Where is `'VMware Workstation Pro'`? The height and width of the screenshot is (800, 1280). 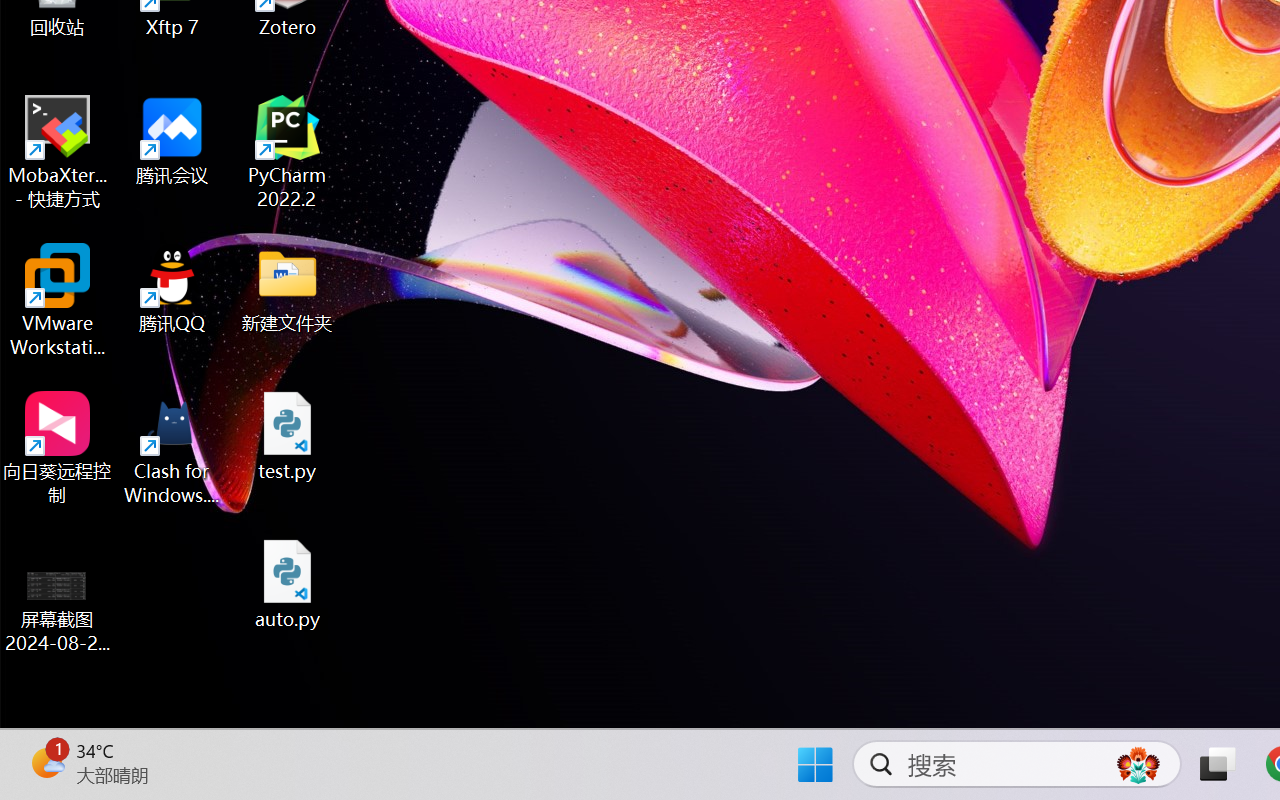 'VMware Workstation Pro' is located at coordinates (57, 300).